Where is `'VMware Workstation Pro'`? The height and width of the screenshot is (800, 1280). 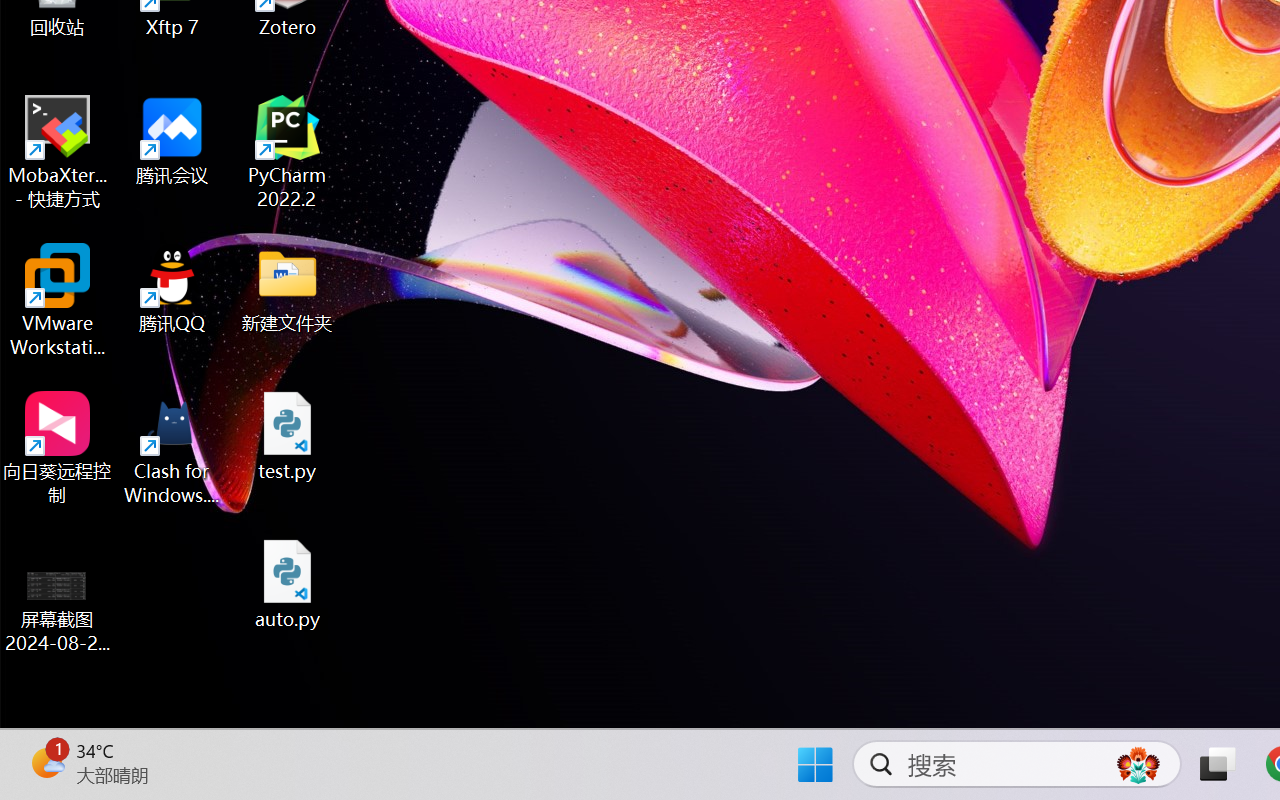 'VMware Workstation Pro' is located at coordinates (57, 300).